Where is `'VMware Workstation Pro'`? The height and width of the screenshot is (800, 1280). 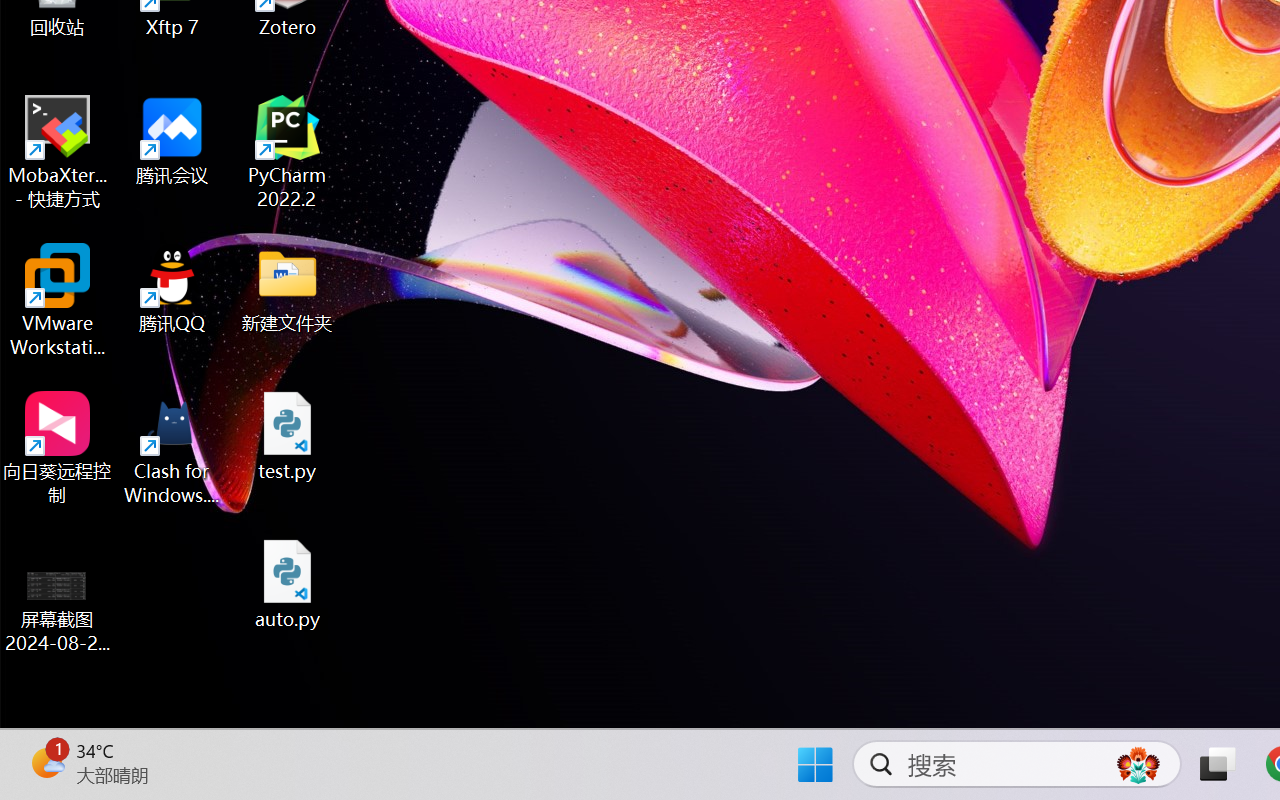 'VMware Workstation Pro' is located at coordinates (57, 300).